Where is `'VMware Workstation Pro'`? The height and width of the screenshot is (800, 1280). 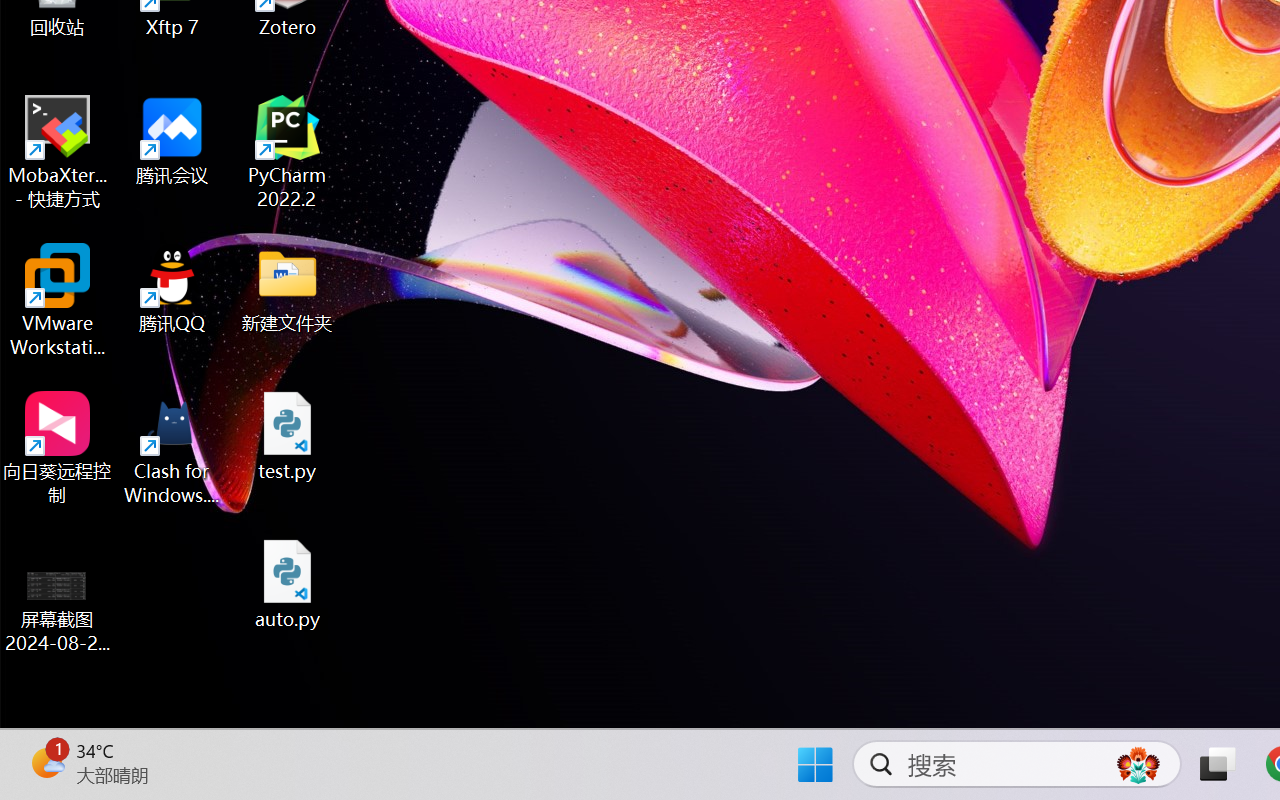 'VMware Workstation Pro' is located at coordinates (57, 300).